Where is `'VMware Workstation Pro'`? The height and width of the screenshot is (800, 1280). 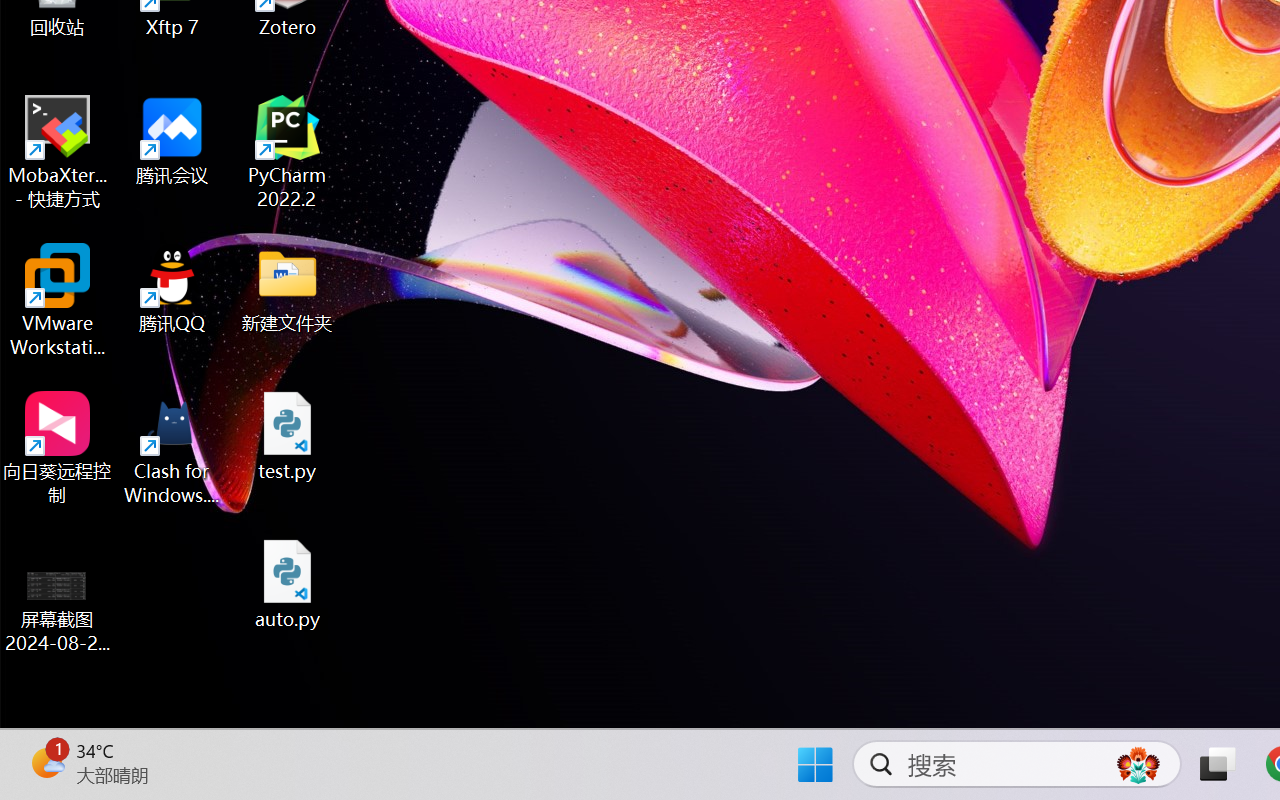 'VMware Workstation Pro' is located at coordinates (57, 300).